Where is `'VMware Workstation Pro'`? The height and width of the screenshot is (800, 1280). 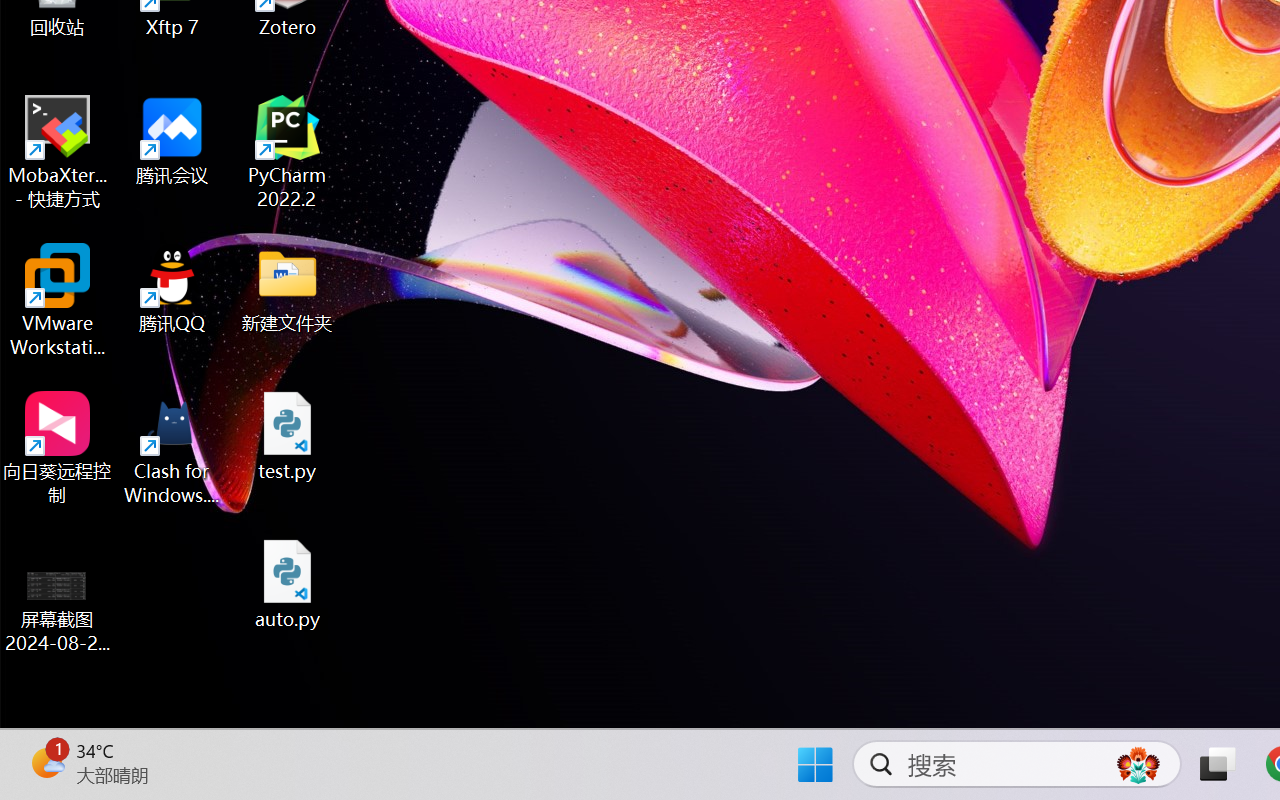 'VMware Workstation Pro' is located at coordinates (57, 300).